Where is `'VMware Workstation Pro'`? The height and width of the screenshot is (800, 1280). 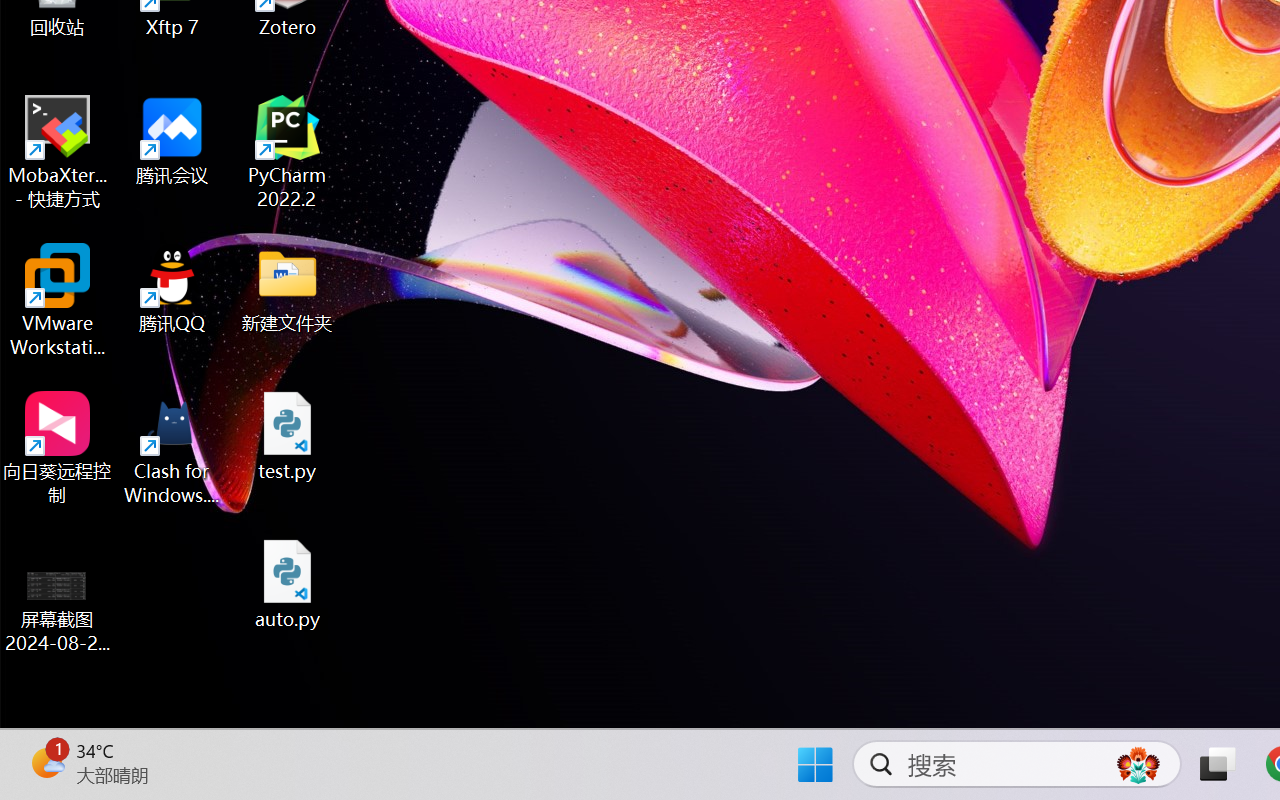 'VMware Workstation Pro' is located at coordinates (57, 300).